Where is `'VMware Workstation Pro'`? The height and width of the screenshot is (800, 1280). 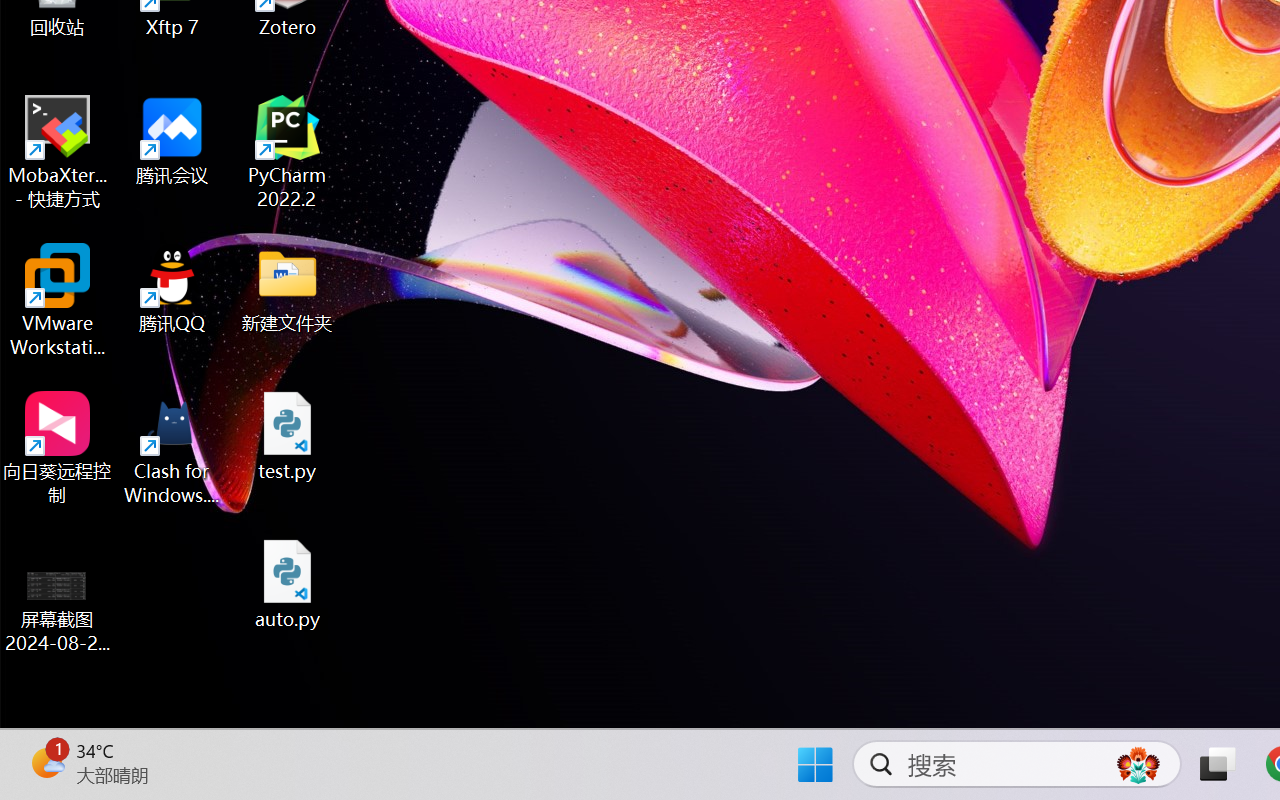 'VMware Workstation Pro' is located at coordinates (57, 300).